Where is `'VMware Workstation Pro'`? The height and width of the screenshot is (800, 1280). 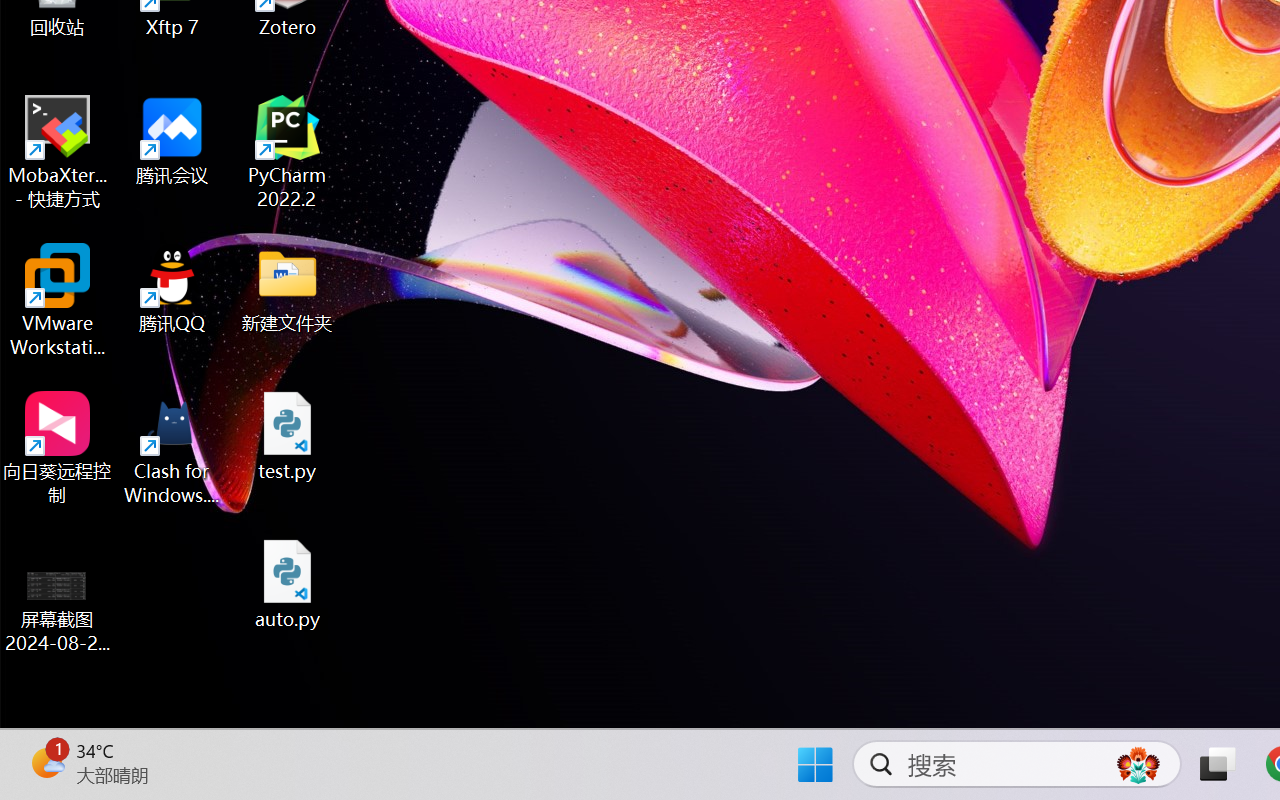 'VMware Workstation Pro' is located at coordinates (57, 300).